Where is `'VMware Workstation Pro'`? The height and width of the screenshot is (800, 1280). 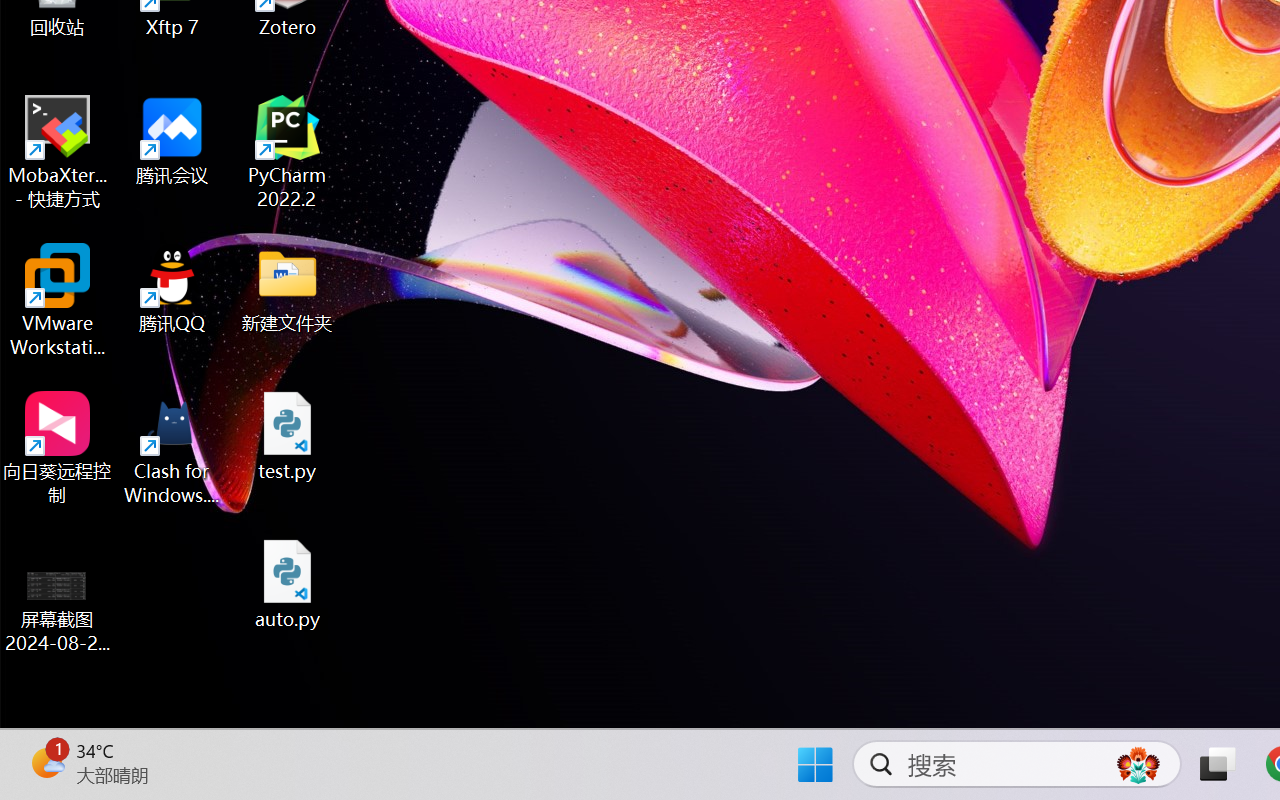 'VMware Workstation Pro' is located at coordinates (57, 300).